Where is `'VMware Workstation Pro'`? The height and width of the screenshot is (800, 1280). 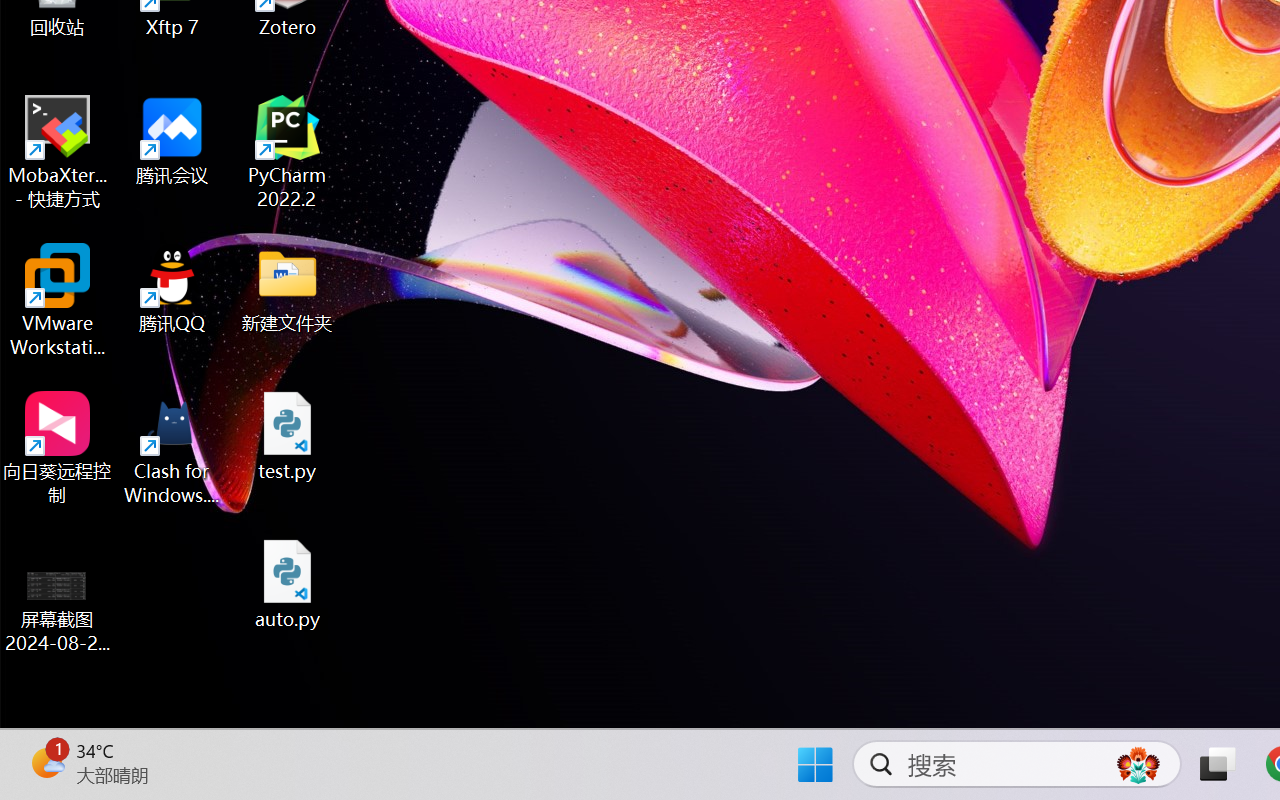 'VMware Workstation Pro' is located at coordinates (57, 300).